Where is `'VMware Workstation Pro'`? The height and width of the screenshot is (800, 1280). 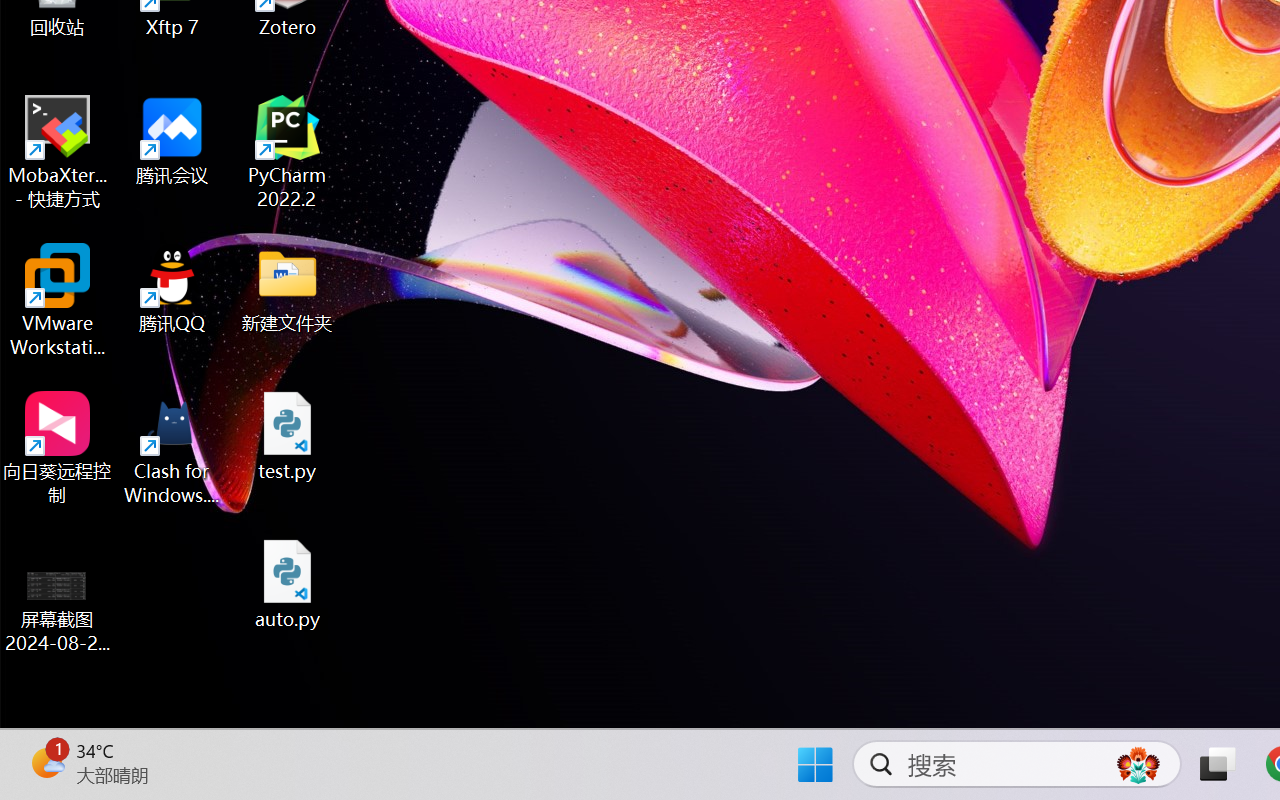 'VMware Workstation Pro' is located at coordinates (57, 300).